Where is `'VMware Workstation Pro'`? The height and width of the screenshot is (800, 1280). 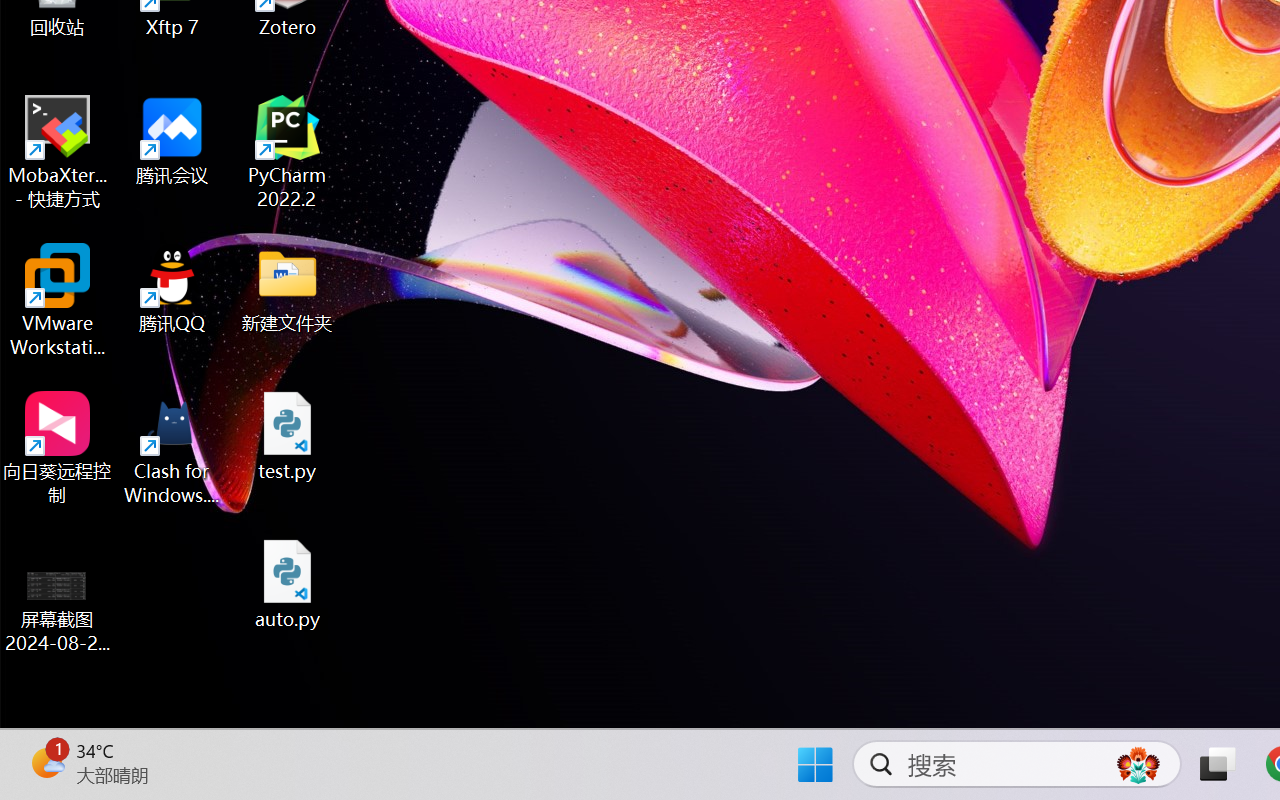 'VMware Workstation Pro' is located at coordinates (57, 300).